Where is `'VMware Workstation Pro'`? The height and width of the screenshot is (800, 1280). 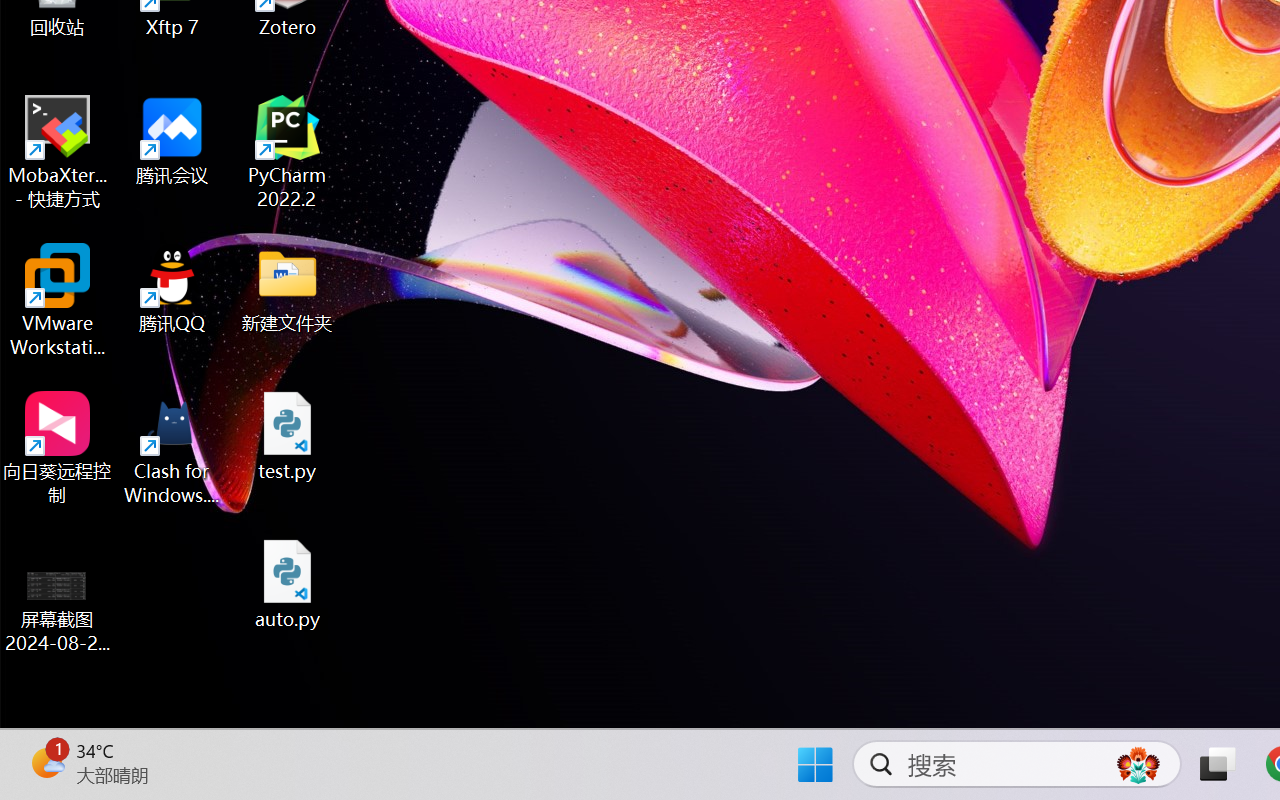 'VMware Workstation Pro' is located at coordinates (57, 300).